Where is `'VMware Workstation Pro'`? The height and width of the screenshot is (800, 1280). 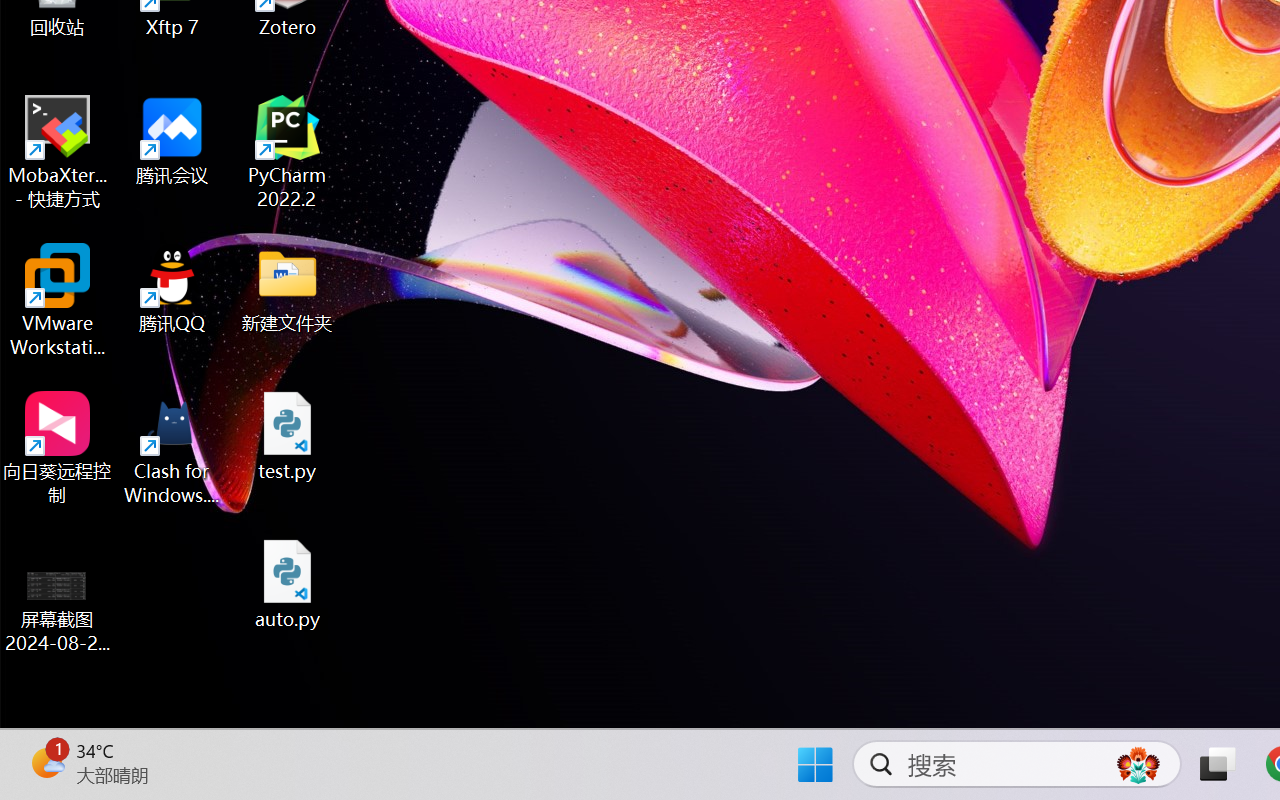 'VMware Workstation Pro' is located at coordinates (57, 300).